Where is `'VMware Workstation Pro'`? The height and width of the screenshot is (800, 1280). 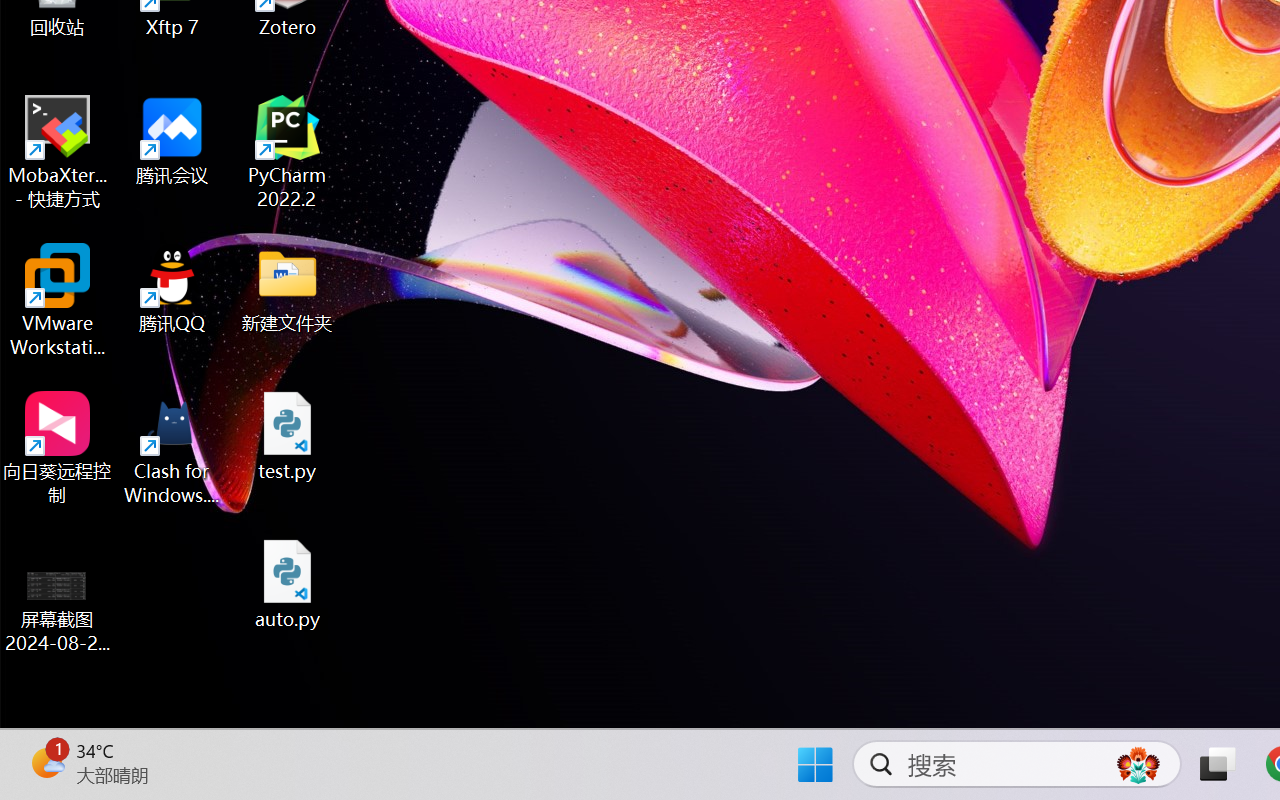 'VMware Workstation Pro' is located at coordinates (57, 300).